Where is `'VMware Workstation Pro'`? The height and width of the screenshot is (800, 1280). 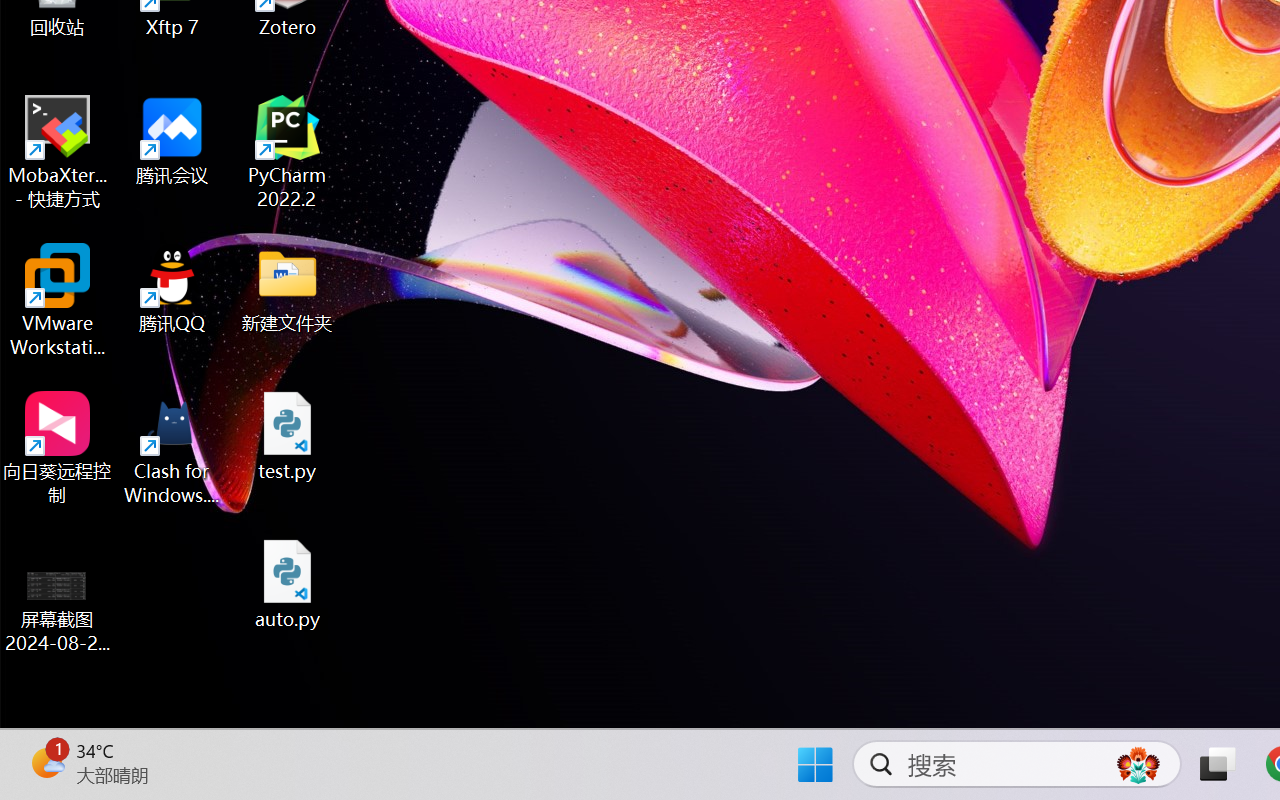 'VMware Workstation Pro' is located at coordinates (57, 300).